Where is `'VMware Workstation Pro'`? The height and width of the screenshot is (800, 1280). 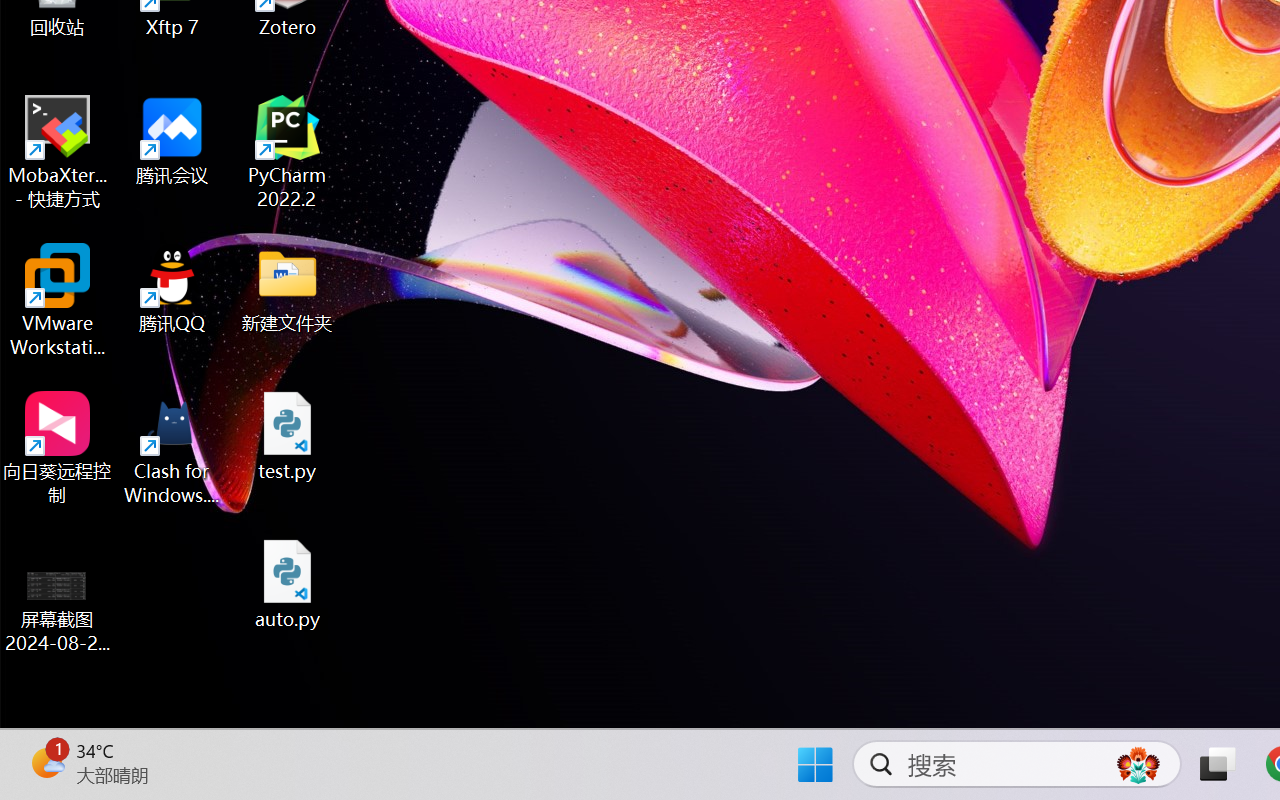 'VMware Workstation Pro' is located at coordinates (57, 300).